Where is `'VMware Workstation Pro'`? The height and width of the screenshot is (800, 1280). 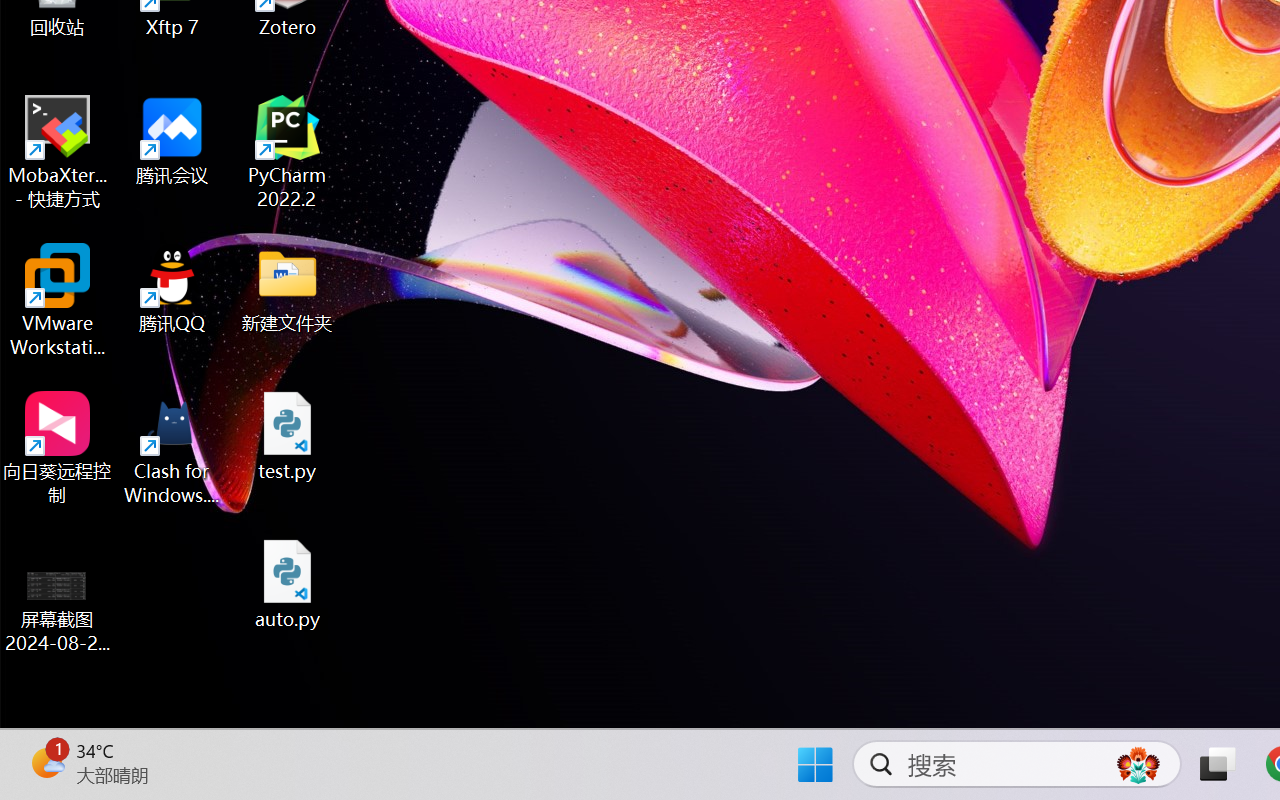 'VMware Workstation Pro' is located at coordinates (57, 300).